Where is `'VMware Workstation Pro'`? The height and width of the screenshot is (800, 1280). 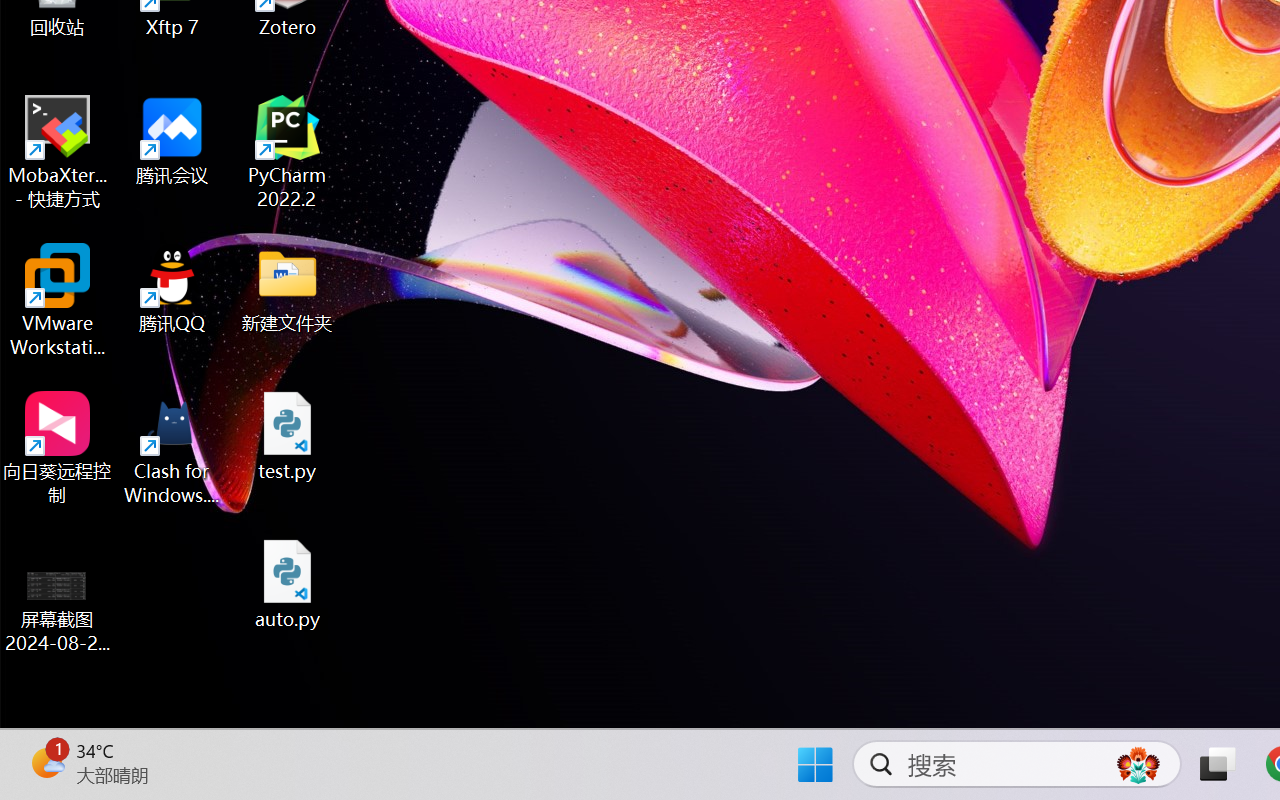 'VMware Workstation Pro' is located at coordinates (57, 300).